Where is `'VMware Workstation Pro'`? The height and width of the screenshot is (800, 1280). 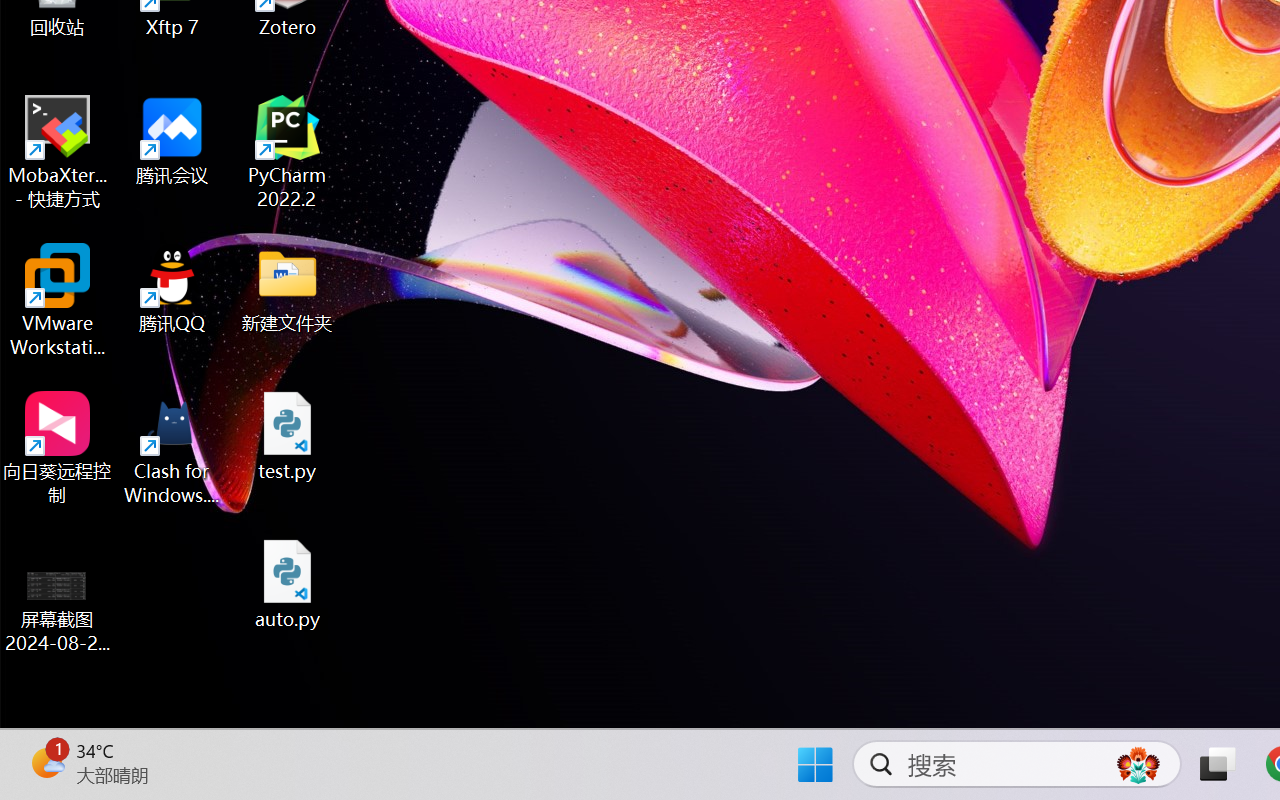 'VMware Workstation Pro' is located at coordinates (57, 300).